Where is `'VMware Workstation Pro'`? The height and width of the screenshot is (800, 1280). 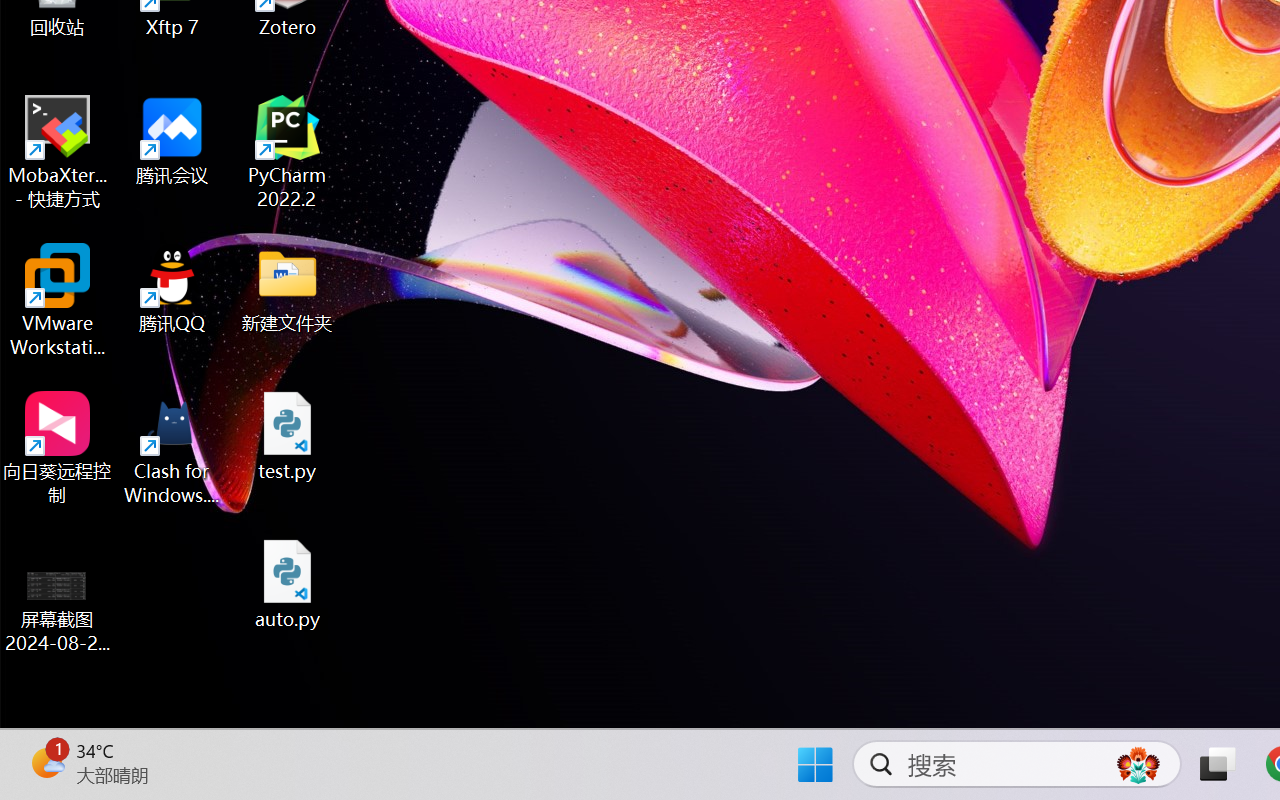 'VMware Workstation Pro' is located at coordinates (57, 300).